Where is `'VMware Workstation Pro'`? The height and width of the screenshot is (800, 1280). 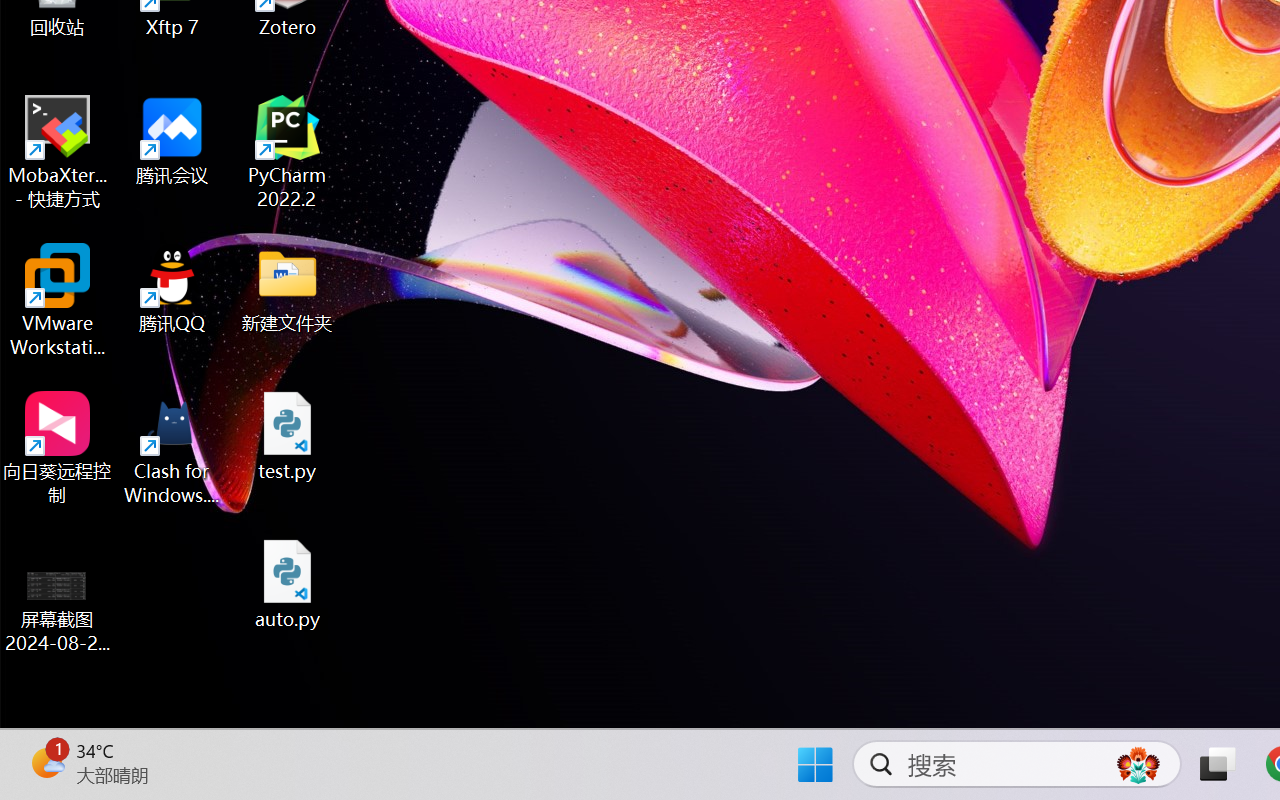 'VMware Workstation Pro' is located at coordinates (57, 300).